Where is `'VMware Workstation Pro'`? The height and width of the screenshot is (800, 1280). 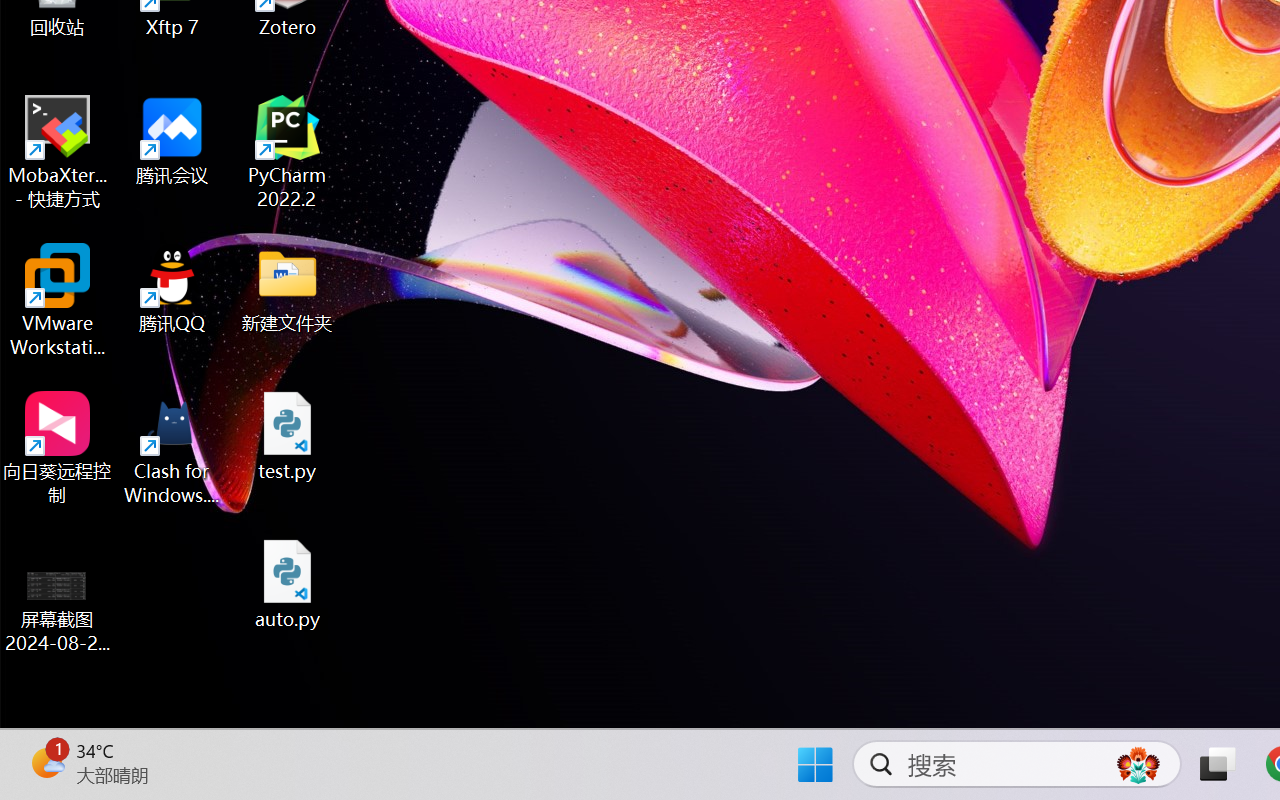 'VMware Workstation Pro' is located at coordinates (57, 300).